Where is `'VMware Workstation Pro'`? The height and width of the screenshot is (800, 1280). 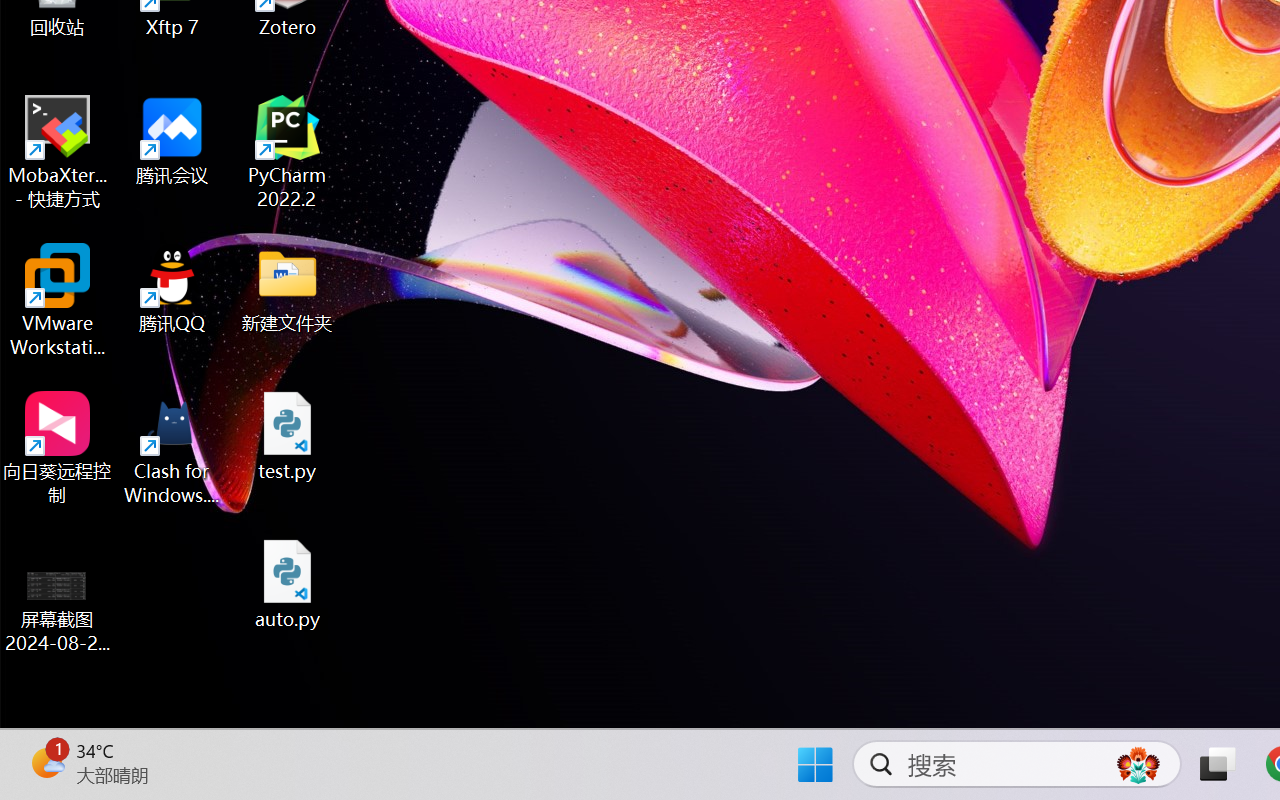 'VMware Workstation Pro' is located at coordinates (57, 300).